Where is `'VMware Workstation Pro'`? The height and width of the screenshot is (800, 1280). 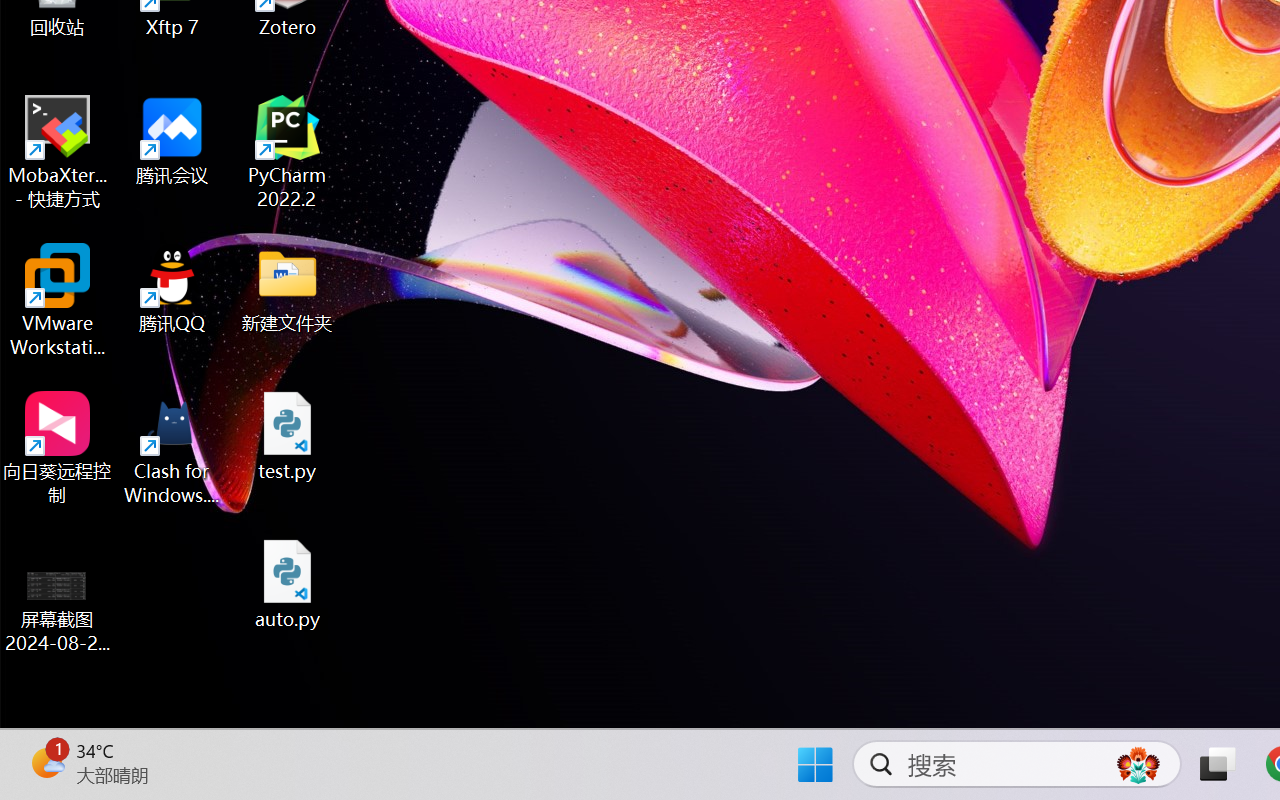 'VMware Workstation Pro' is located at coordinates (57, 300).